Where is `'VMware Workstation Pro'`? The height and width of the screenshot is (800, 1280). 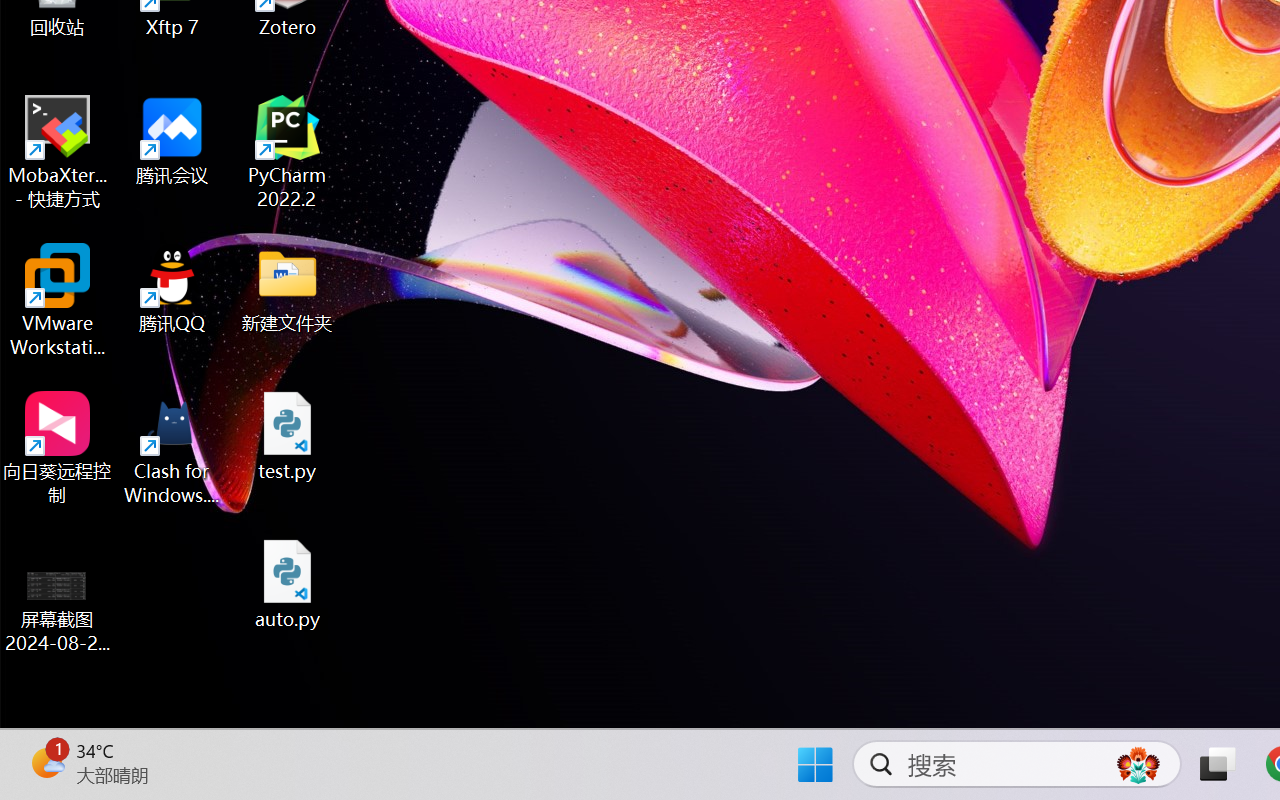 'VMware Workstation Pro' is located at coordinates (57, 300).